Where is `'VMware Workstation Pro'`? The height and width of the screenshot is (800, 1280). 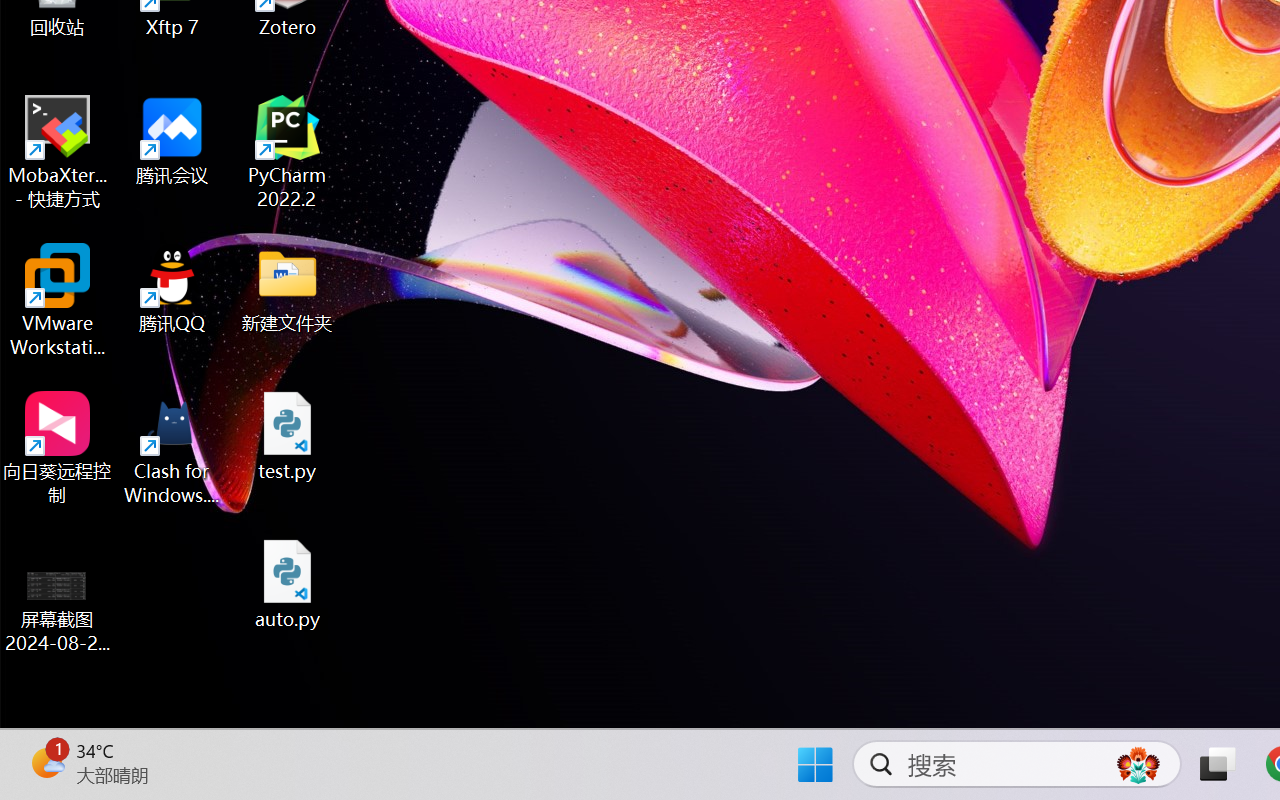 'VMware Workstation Pro' is located at coordinates (57, 300).